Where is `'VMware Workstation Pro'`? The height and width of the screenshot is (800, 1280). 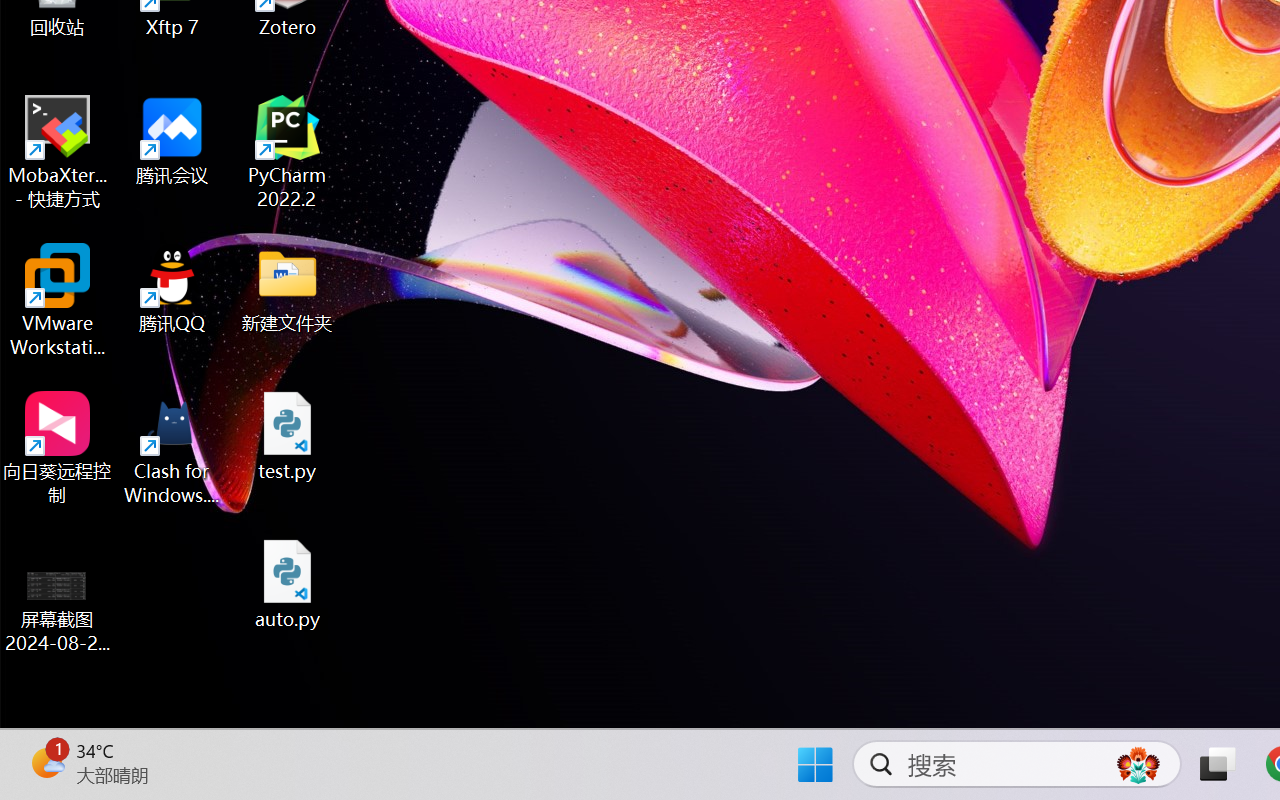 'VMware Workstation Pro' is located at coordinates (57, 300).